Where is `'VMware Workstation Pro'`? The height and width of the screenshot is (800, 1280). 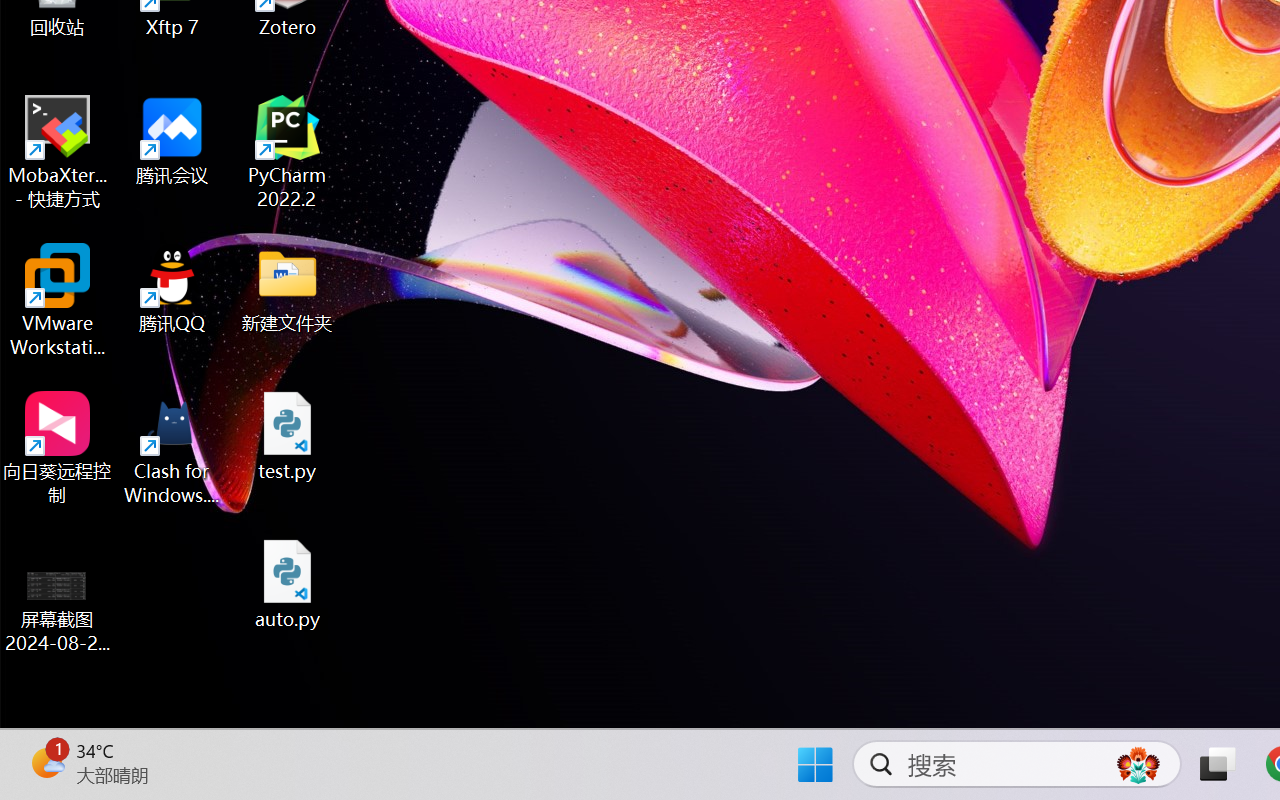 'VMware Workstation Pro' is located at coordinates (57, 300).